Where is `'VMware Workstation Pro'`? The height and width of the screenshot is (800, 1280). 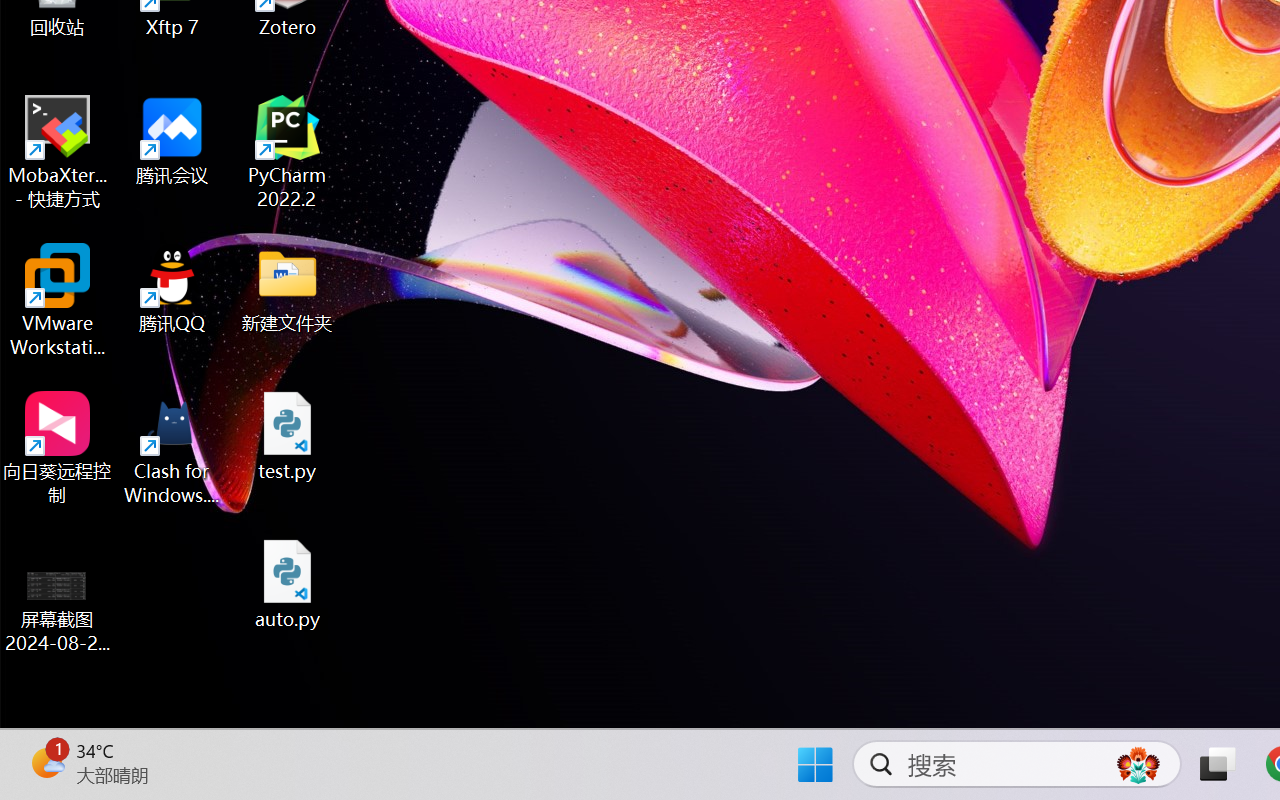 'VMware Workstation Pro' is located at coordinates (57, 300).